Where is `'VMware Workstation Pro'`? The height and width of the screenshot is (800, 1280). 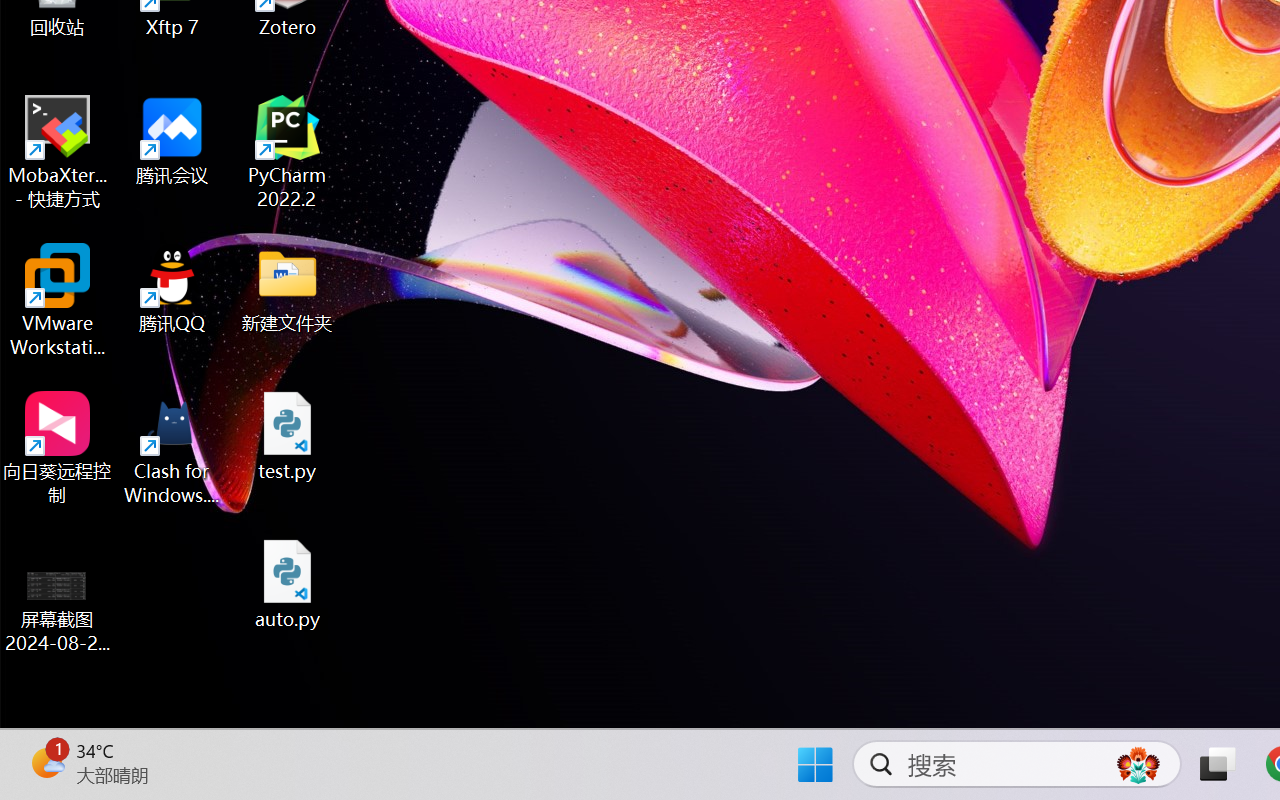 'VMware Workstation Pro' is located at coordinates (57, 300).